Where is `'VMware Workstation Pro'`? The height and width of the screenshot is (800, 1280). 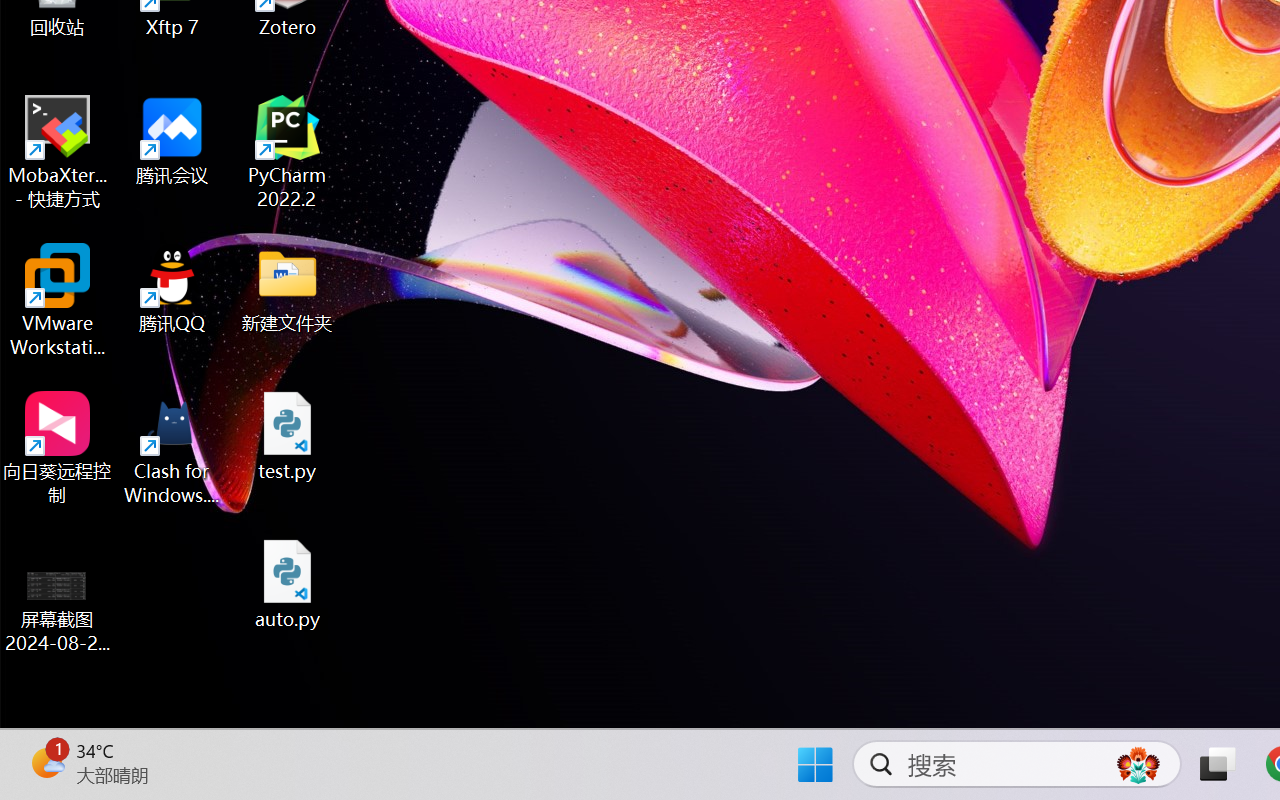 'VMware Workstation Pro' is located at coordinates (57, 300).